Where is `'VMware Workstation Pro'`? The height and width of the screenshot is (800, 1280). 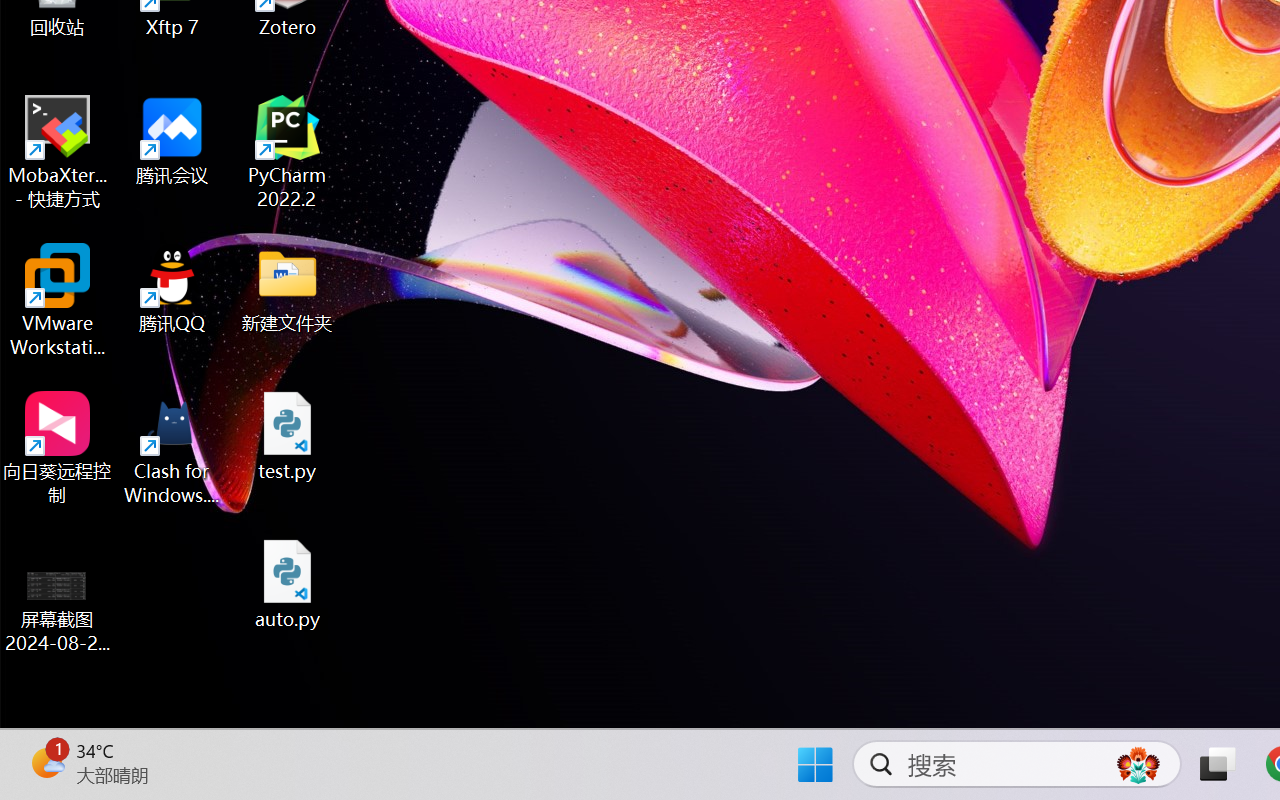 'VMware Workstation Pro' is located at coordinates (57, 300).